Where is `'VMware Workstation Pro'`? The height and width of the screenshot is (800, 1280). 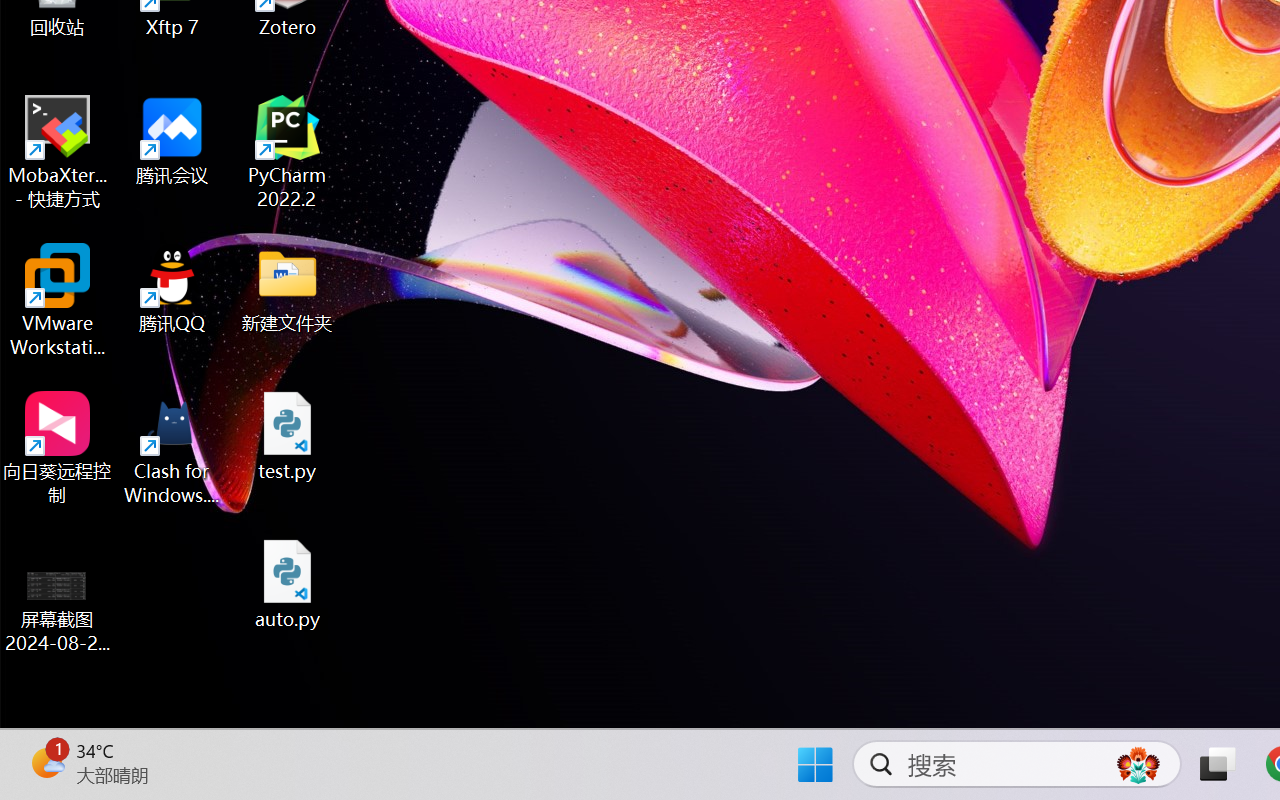 'VMware Workstation Pro' is located at coordinates (57, 300).